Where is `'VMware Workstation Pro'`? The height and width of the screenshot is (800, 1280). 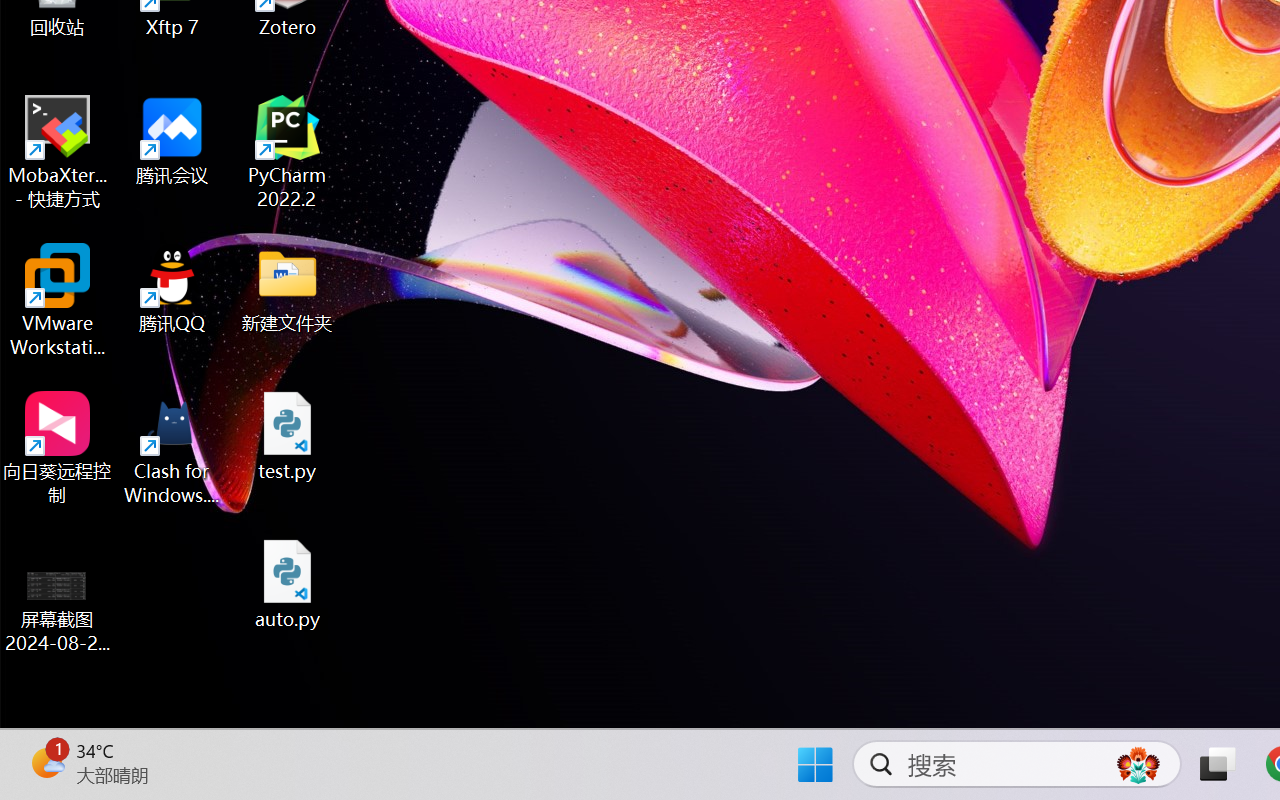 'VMware Workstation Pro' is located at coordinates (57, 300).